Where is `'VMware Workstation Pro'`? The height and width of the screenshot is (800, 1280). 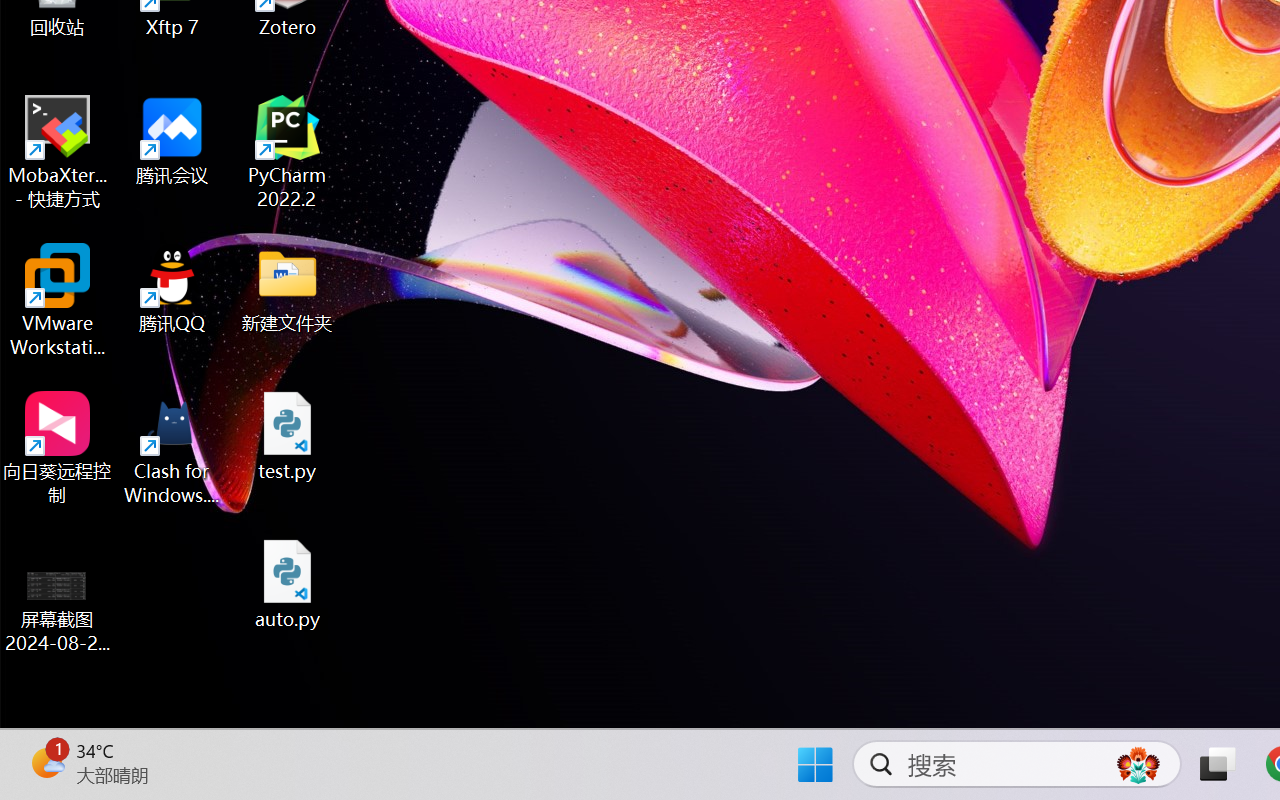 'VMware Workstation Pro' is located at coordinates (57, 300).